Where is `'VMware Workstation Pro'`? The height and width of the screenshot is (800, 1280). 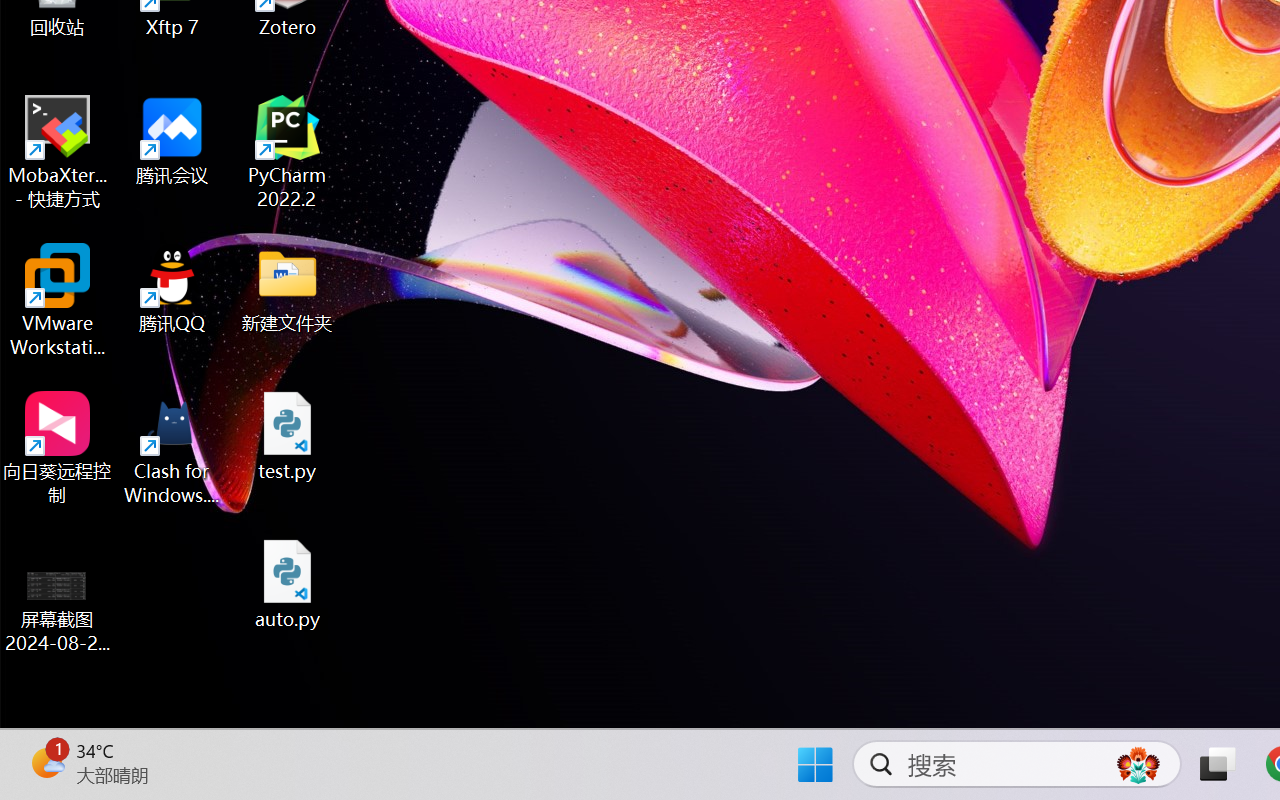 'VMware Workstation Pro' is located at coordinates (57, 300).